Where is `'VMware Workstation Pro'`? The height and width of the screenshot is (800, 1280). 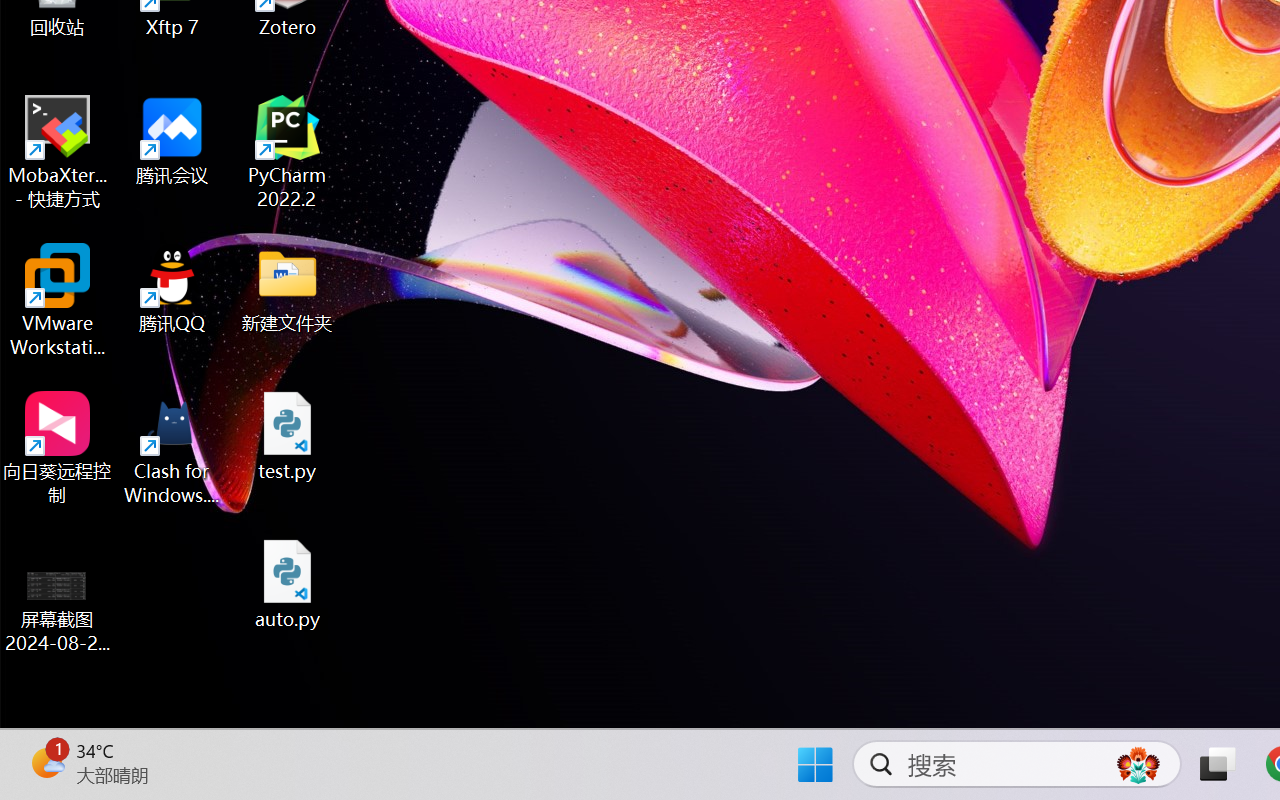 'VMware Workstation Pro' is located at coordinates (57, 300).